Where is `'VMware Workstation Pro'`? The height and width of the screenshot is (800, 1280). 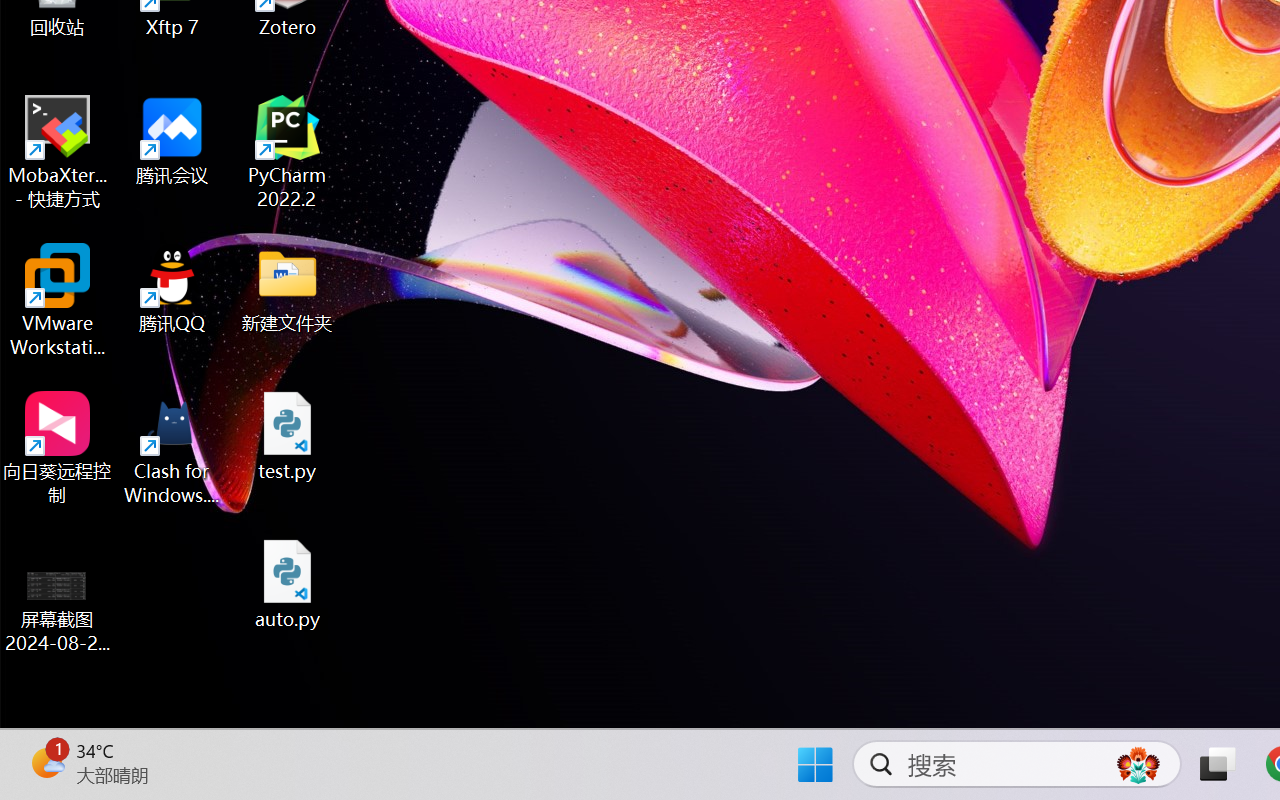 'VMware Workstation Pro' is located at coordinates (57, 300).